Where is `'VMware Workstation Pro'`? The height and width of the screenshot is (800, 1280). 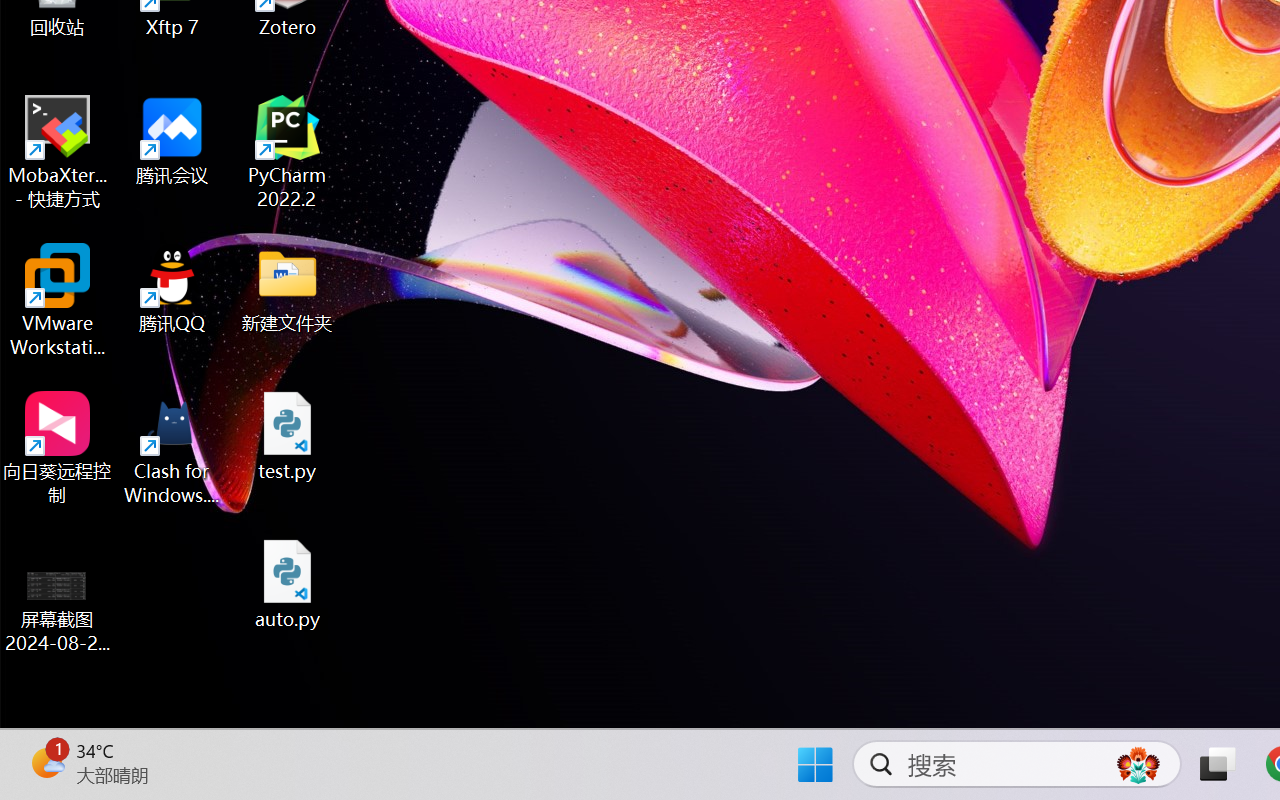 'VMware Workstation Pro' is located at coordinates (57, 300).